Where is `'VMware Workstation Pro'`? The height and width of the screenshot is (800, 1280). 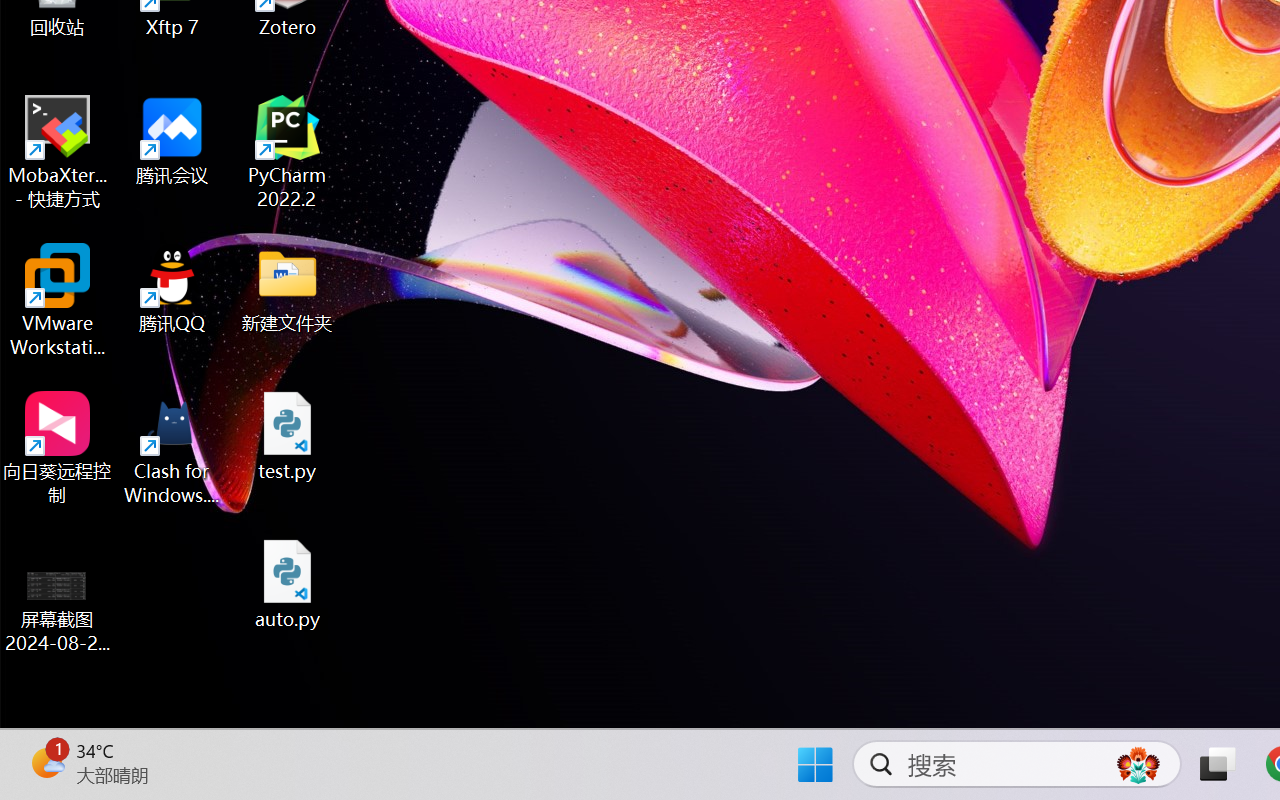 'VMware Workstation Pro' is located at coordinates (57, 300).